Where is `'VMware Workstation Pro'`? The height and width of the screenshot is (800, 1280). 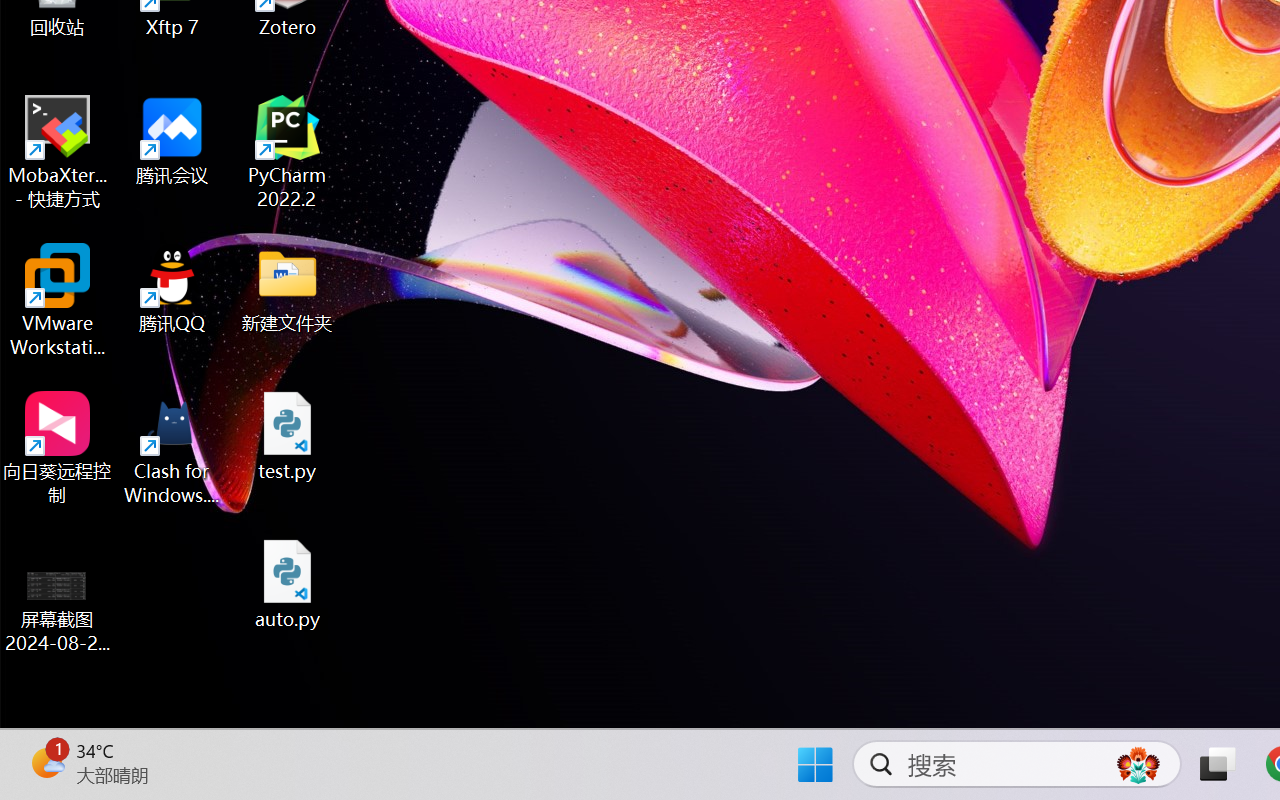 'VMware Workstation Pro' is located at coordinates (57, 300).